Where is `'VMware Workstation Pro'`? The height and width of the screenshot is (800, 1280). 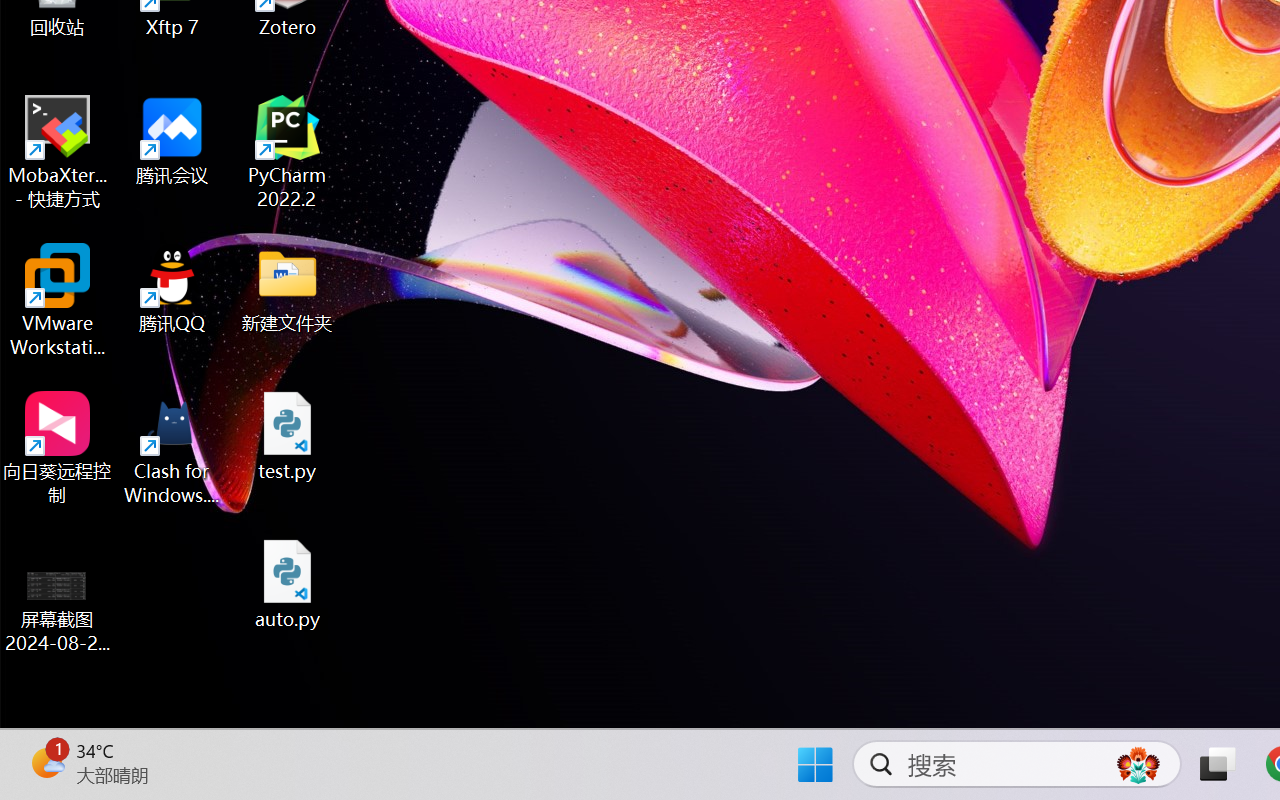 'VMware Workstation Pro' is located at coordinates (57, 300).